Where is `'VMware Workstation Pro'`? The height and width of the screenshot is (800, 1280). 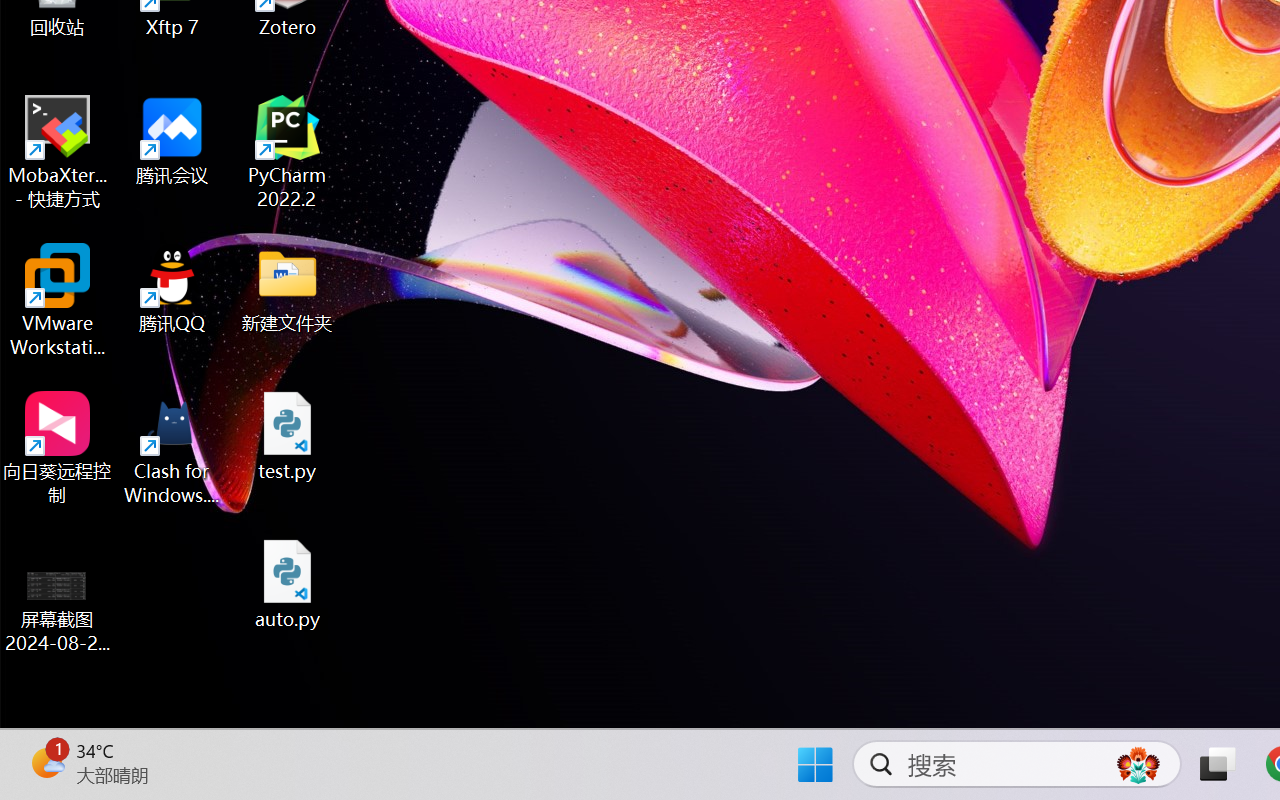 'VMware Workstation Pro' is located at coordinates (57, 300).